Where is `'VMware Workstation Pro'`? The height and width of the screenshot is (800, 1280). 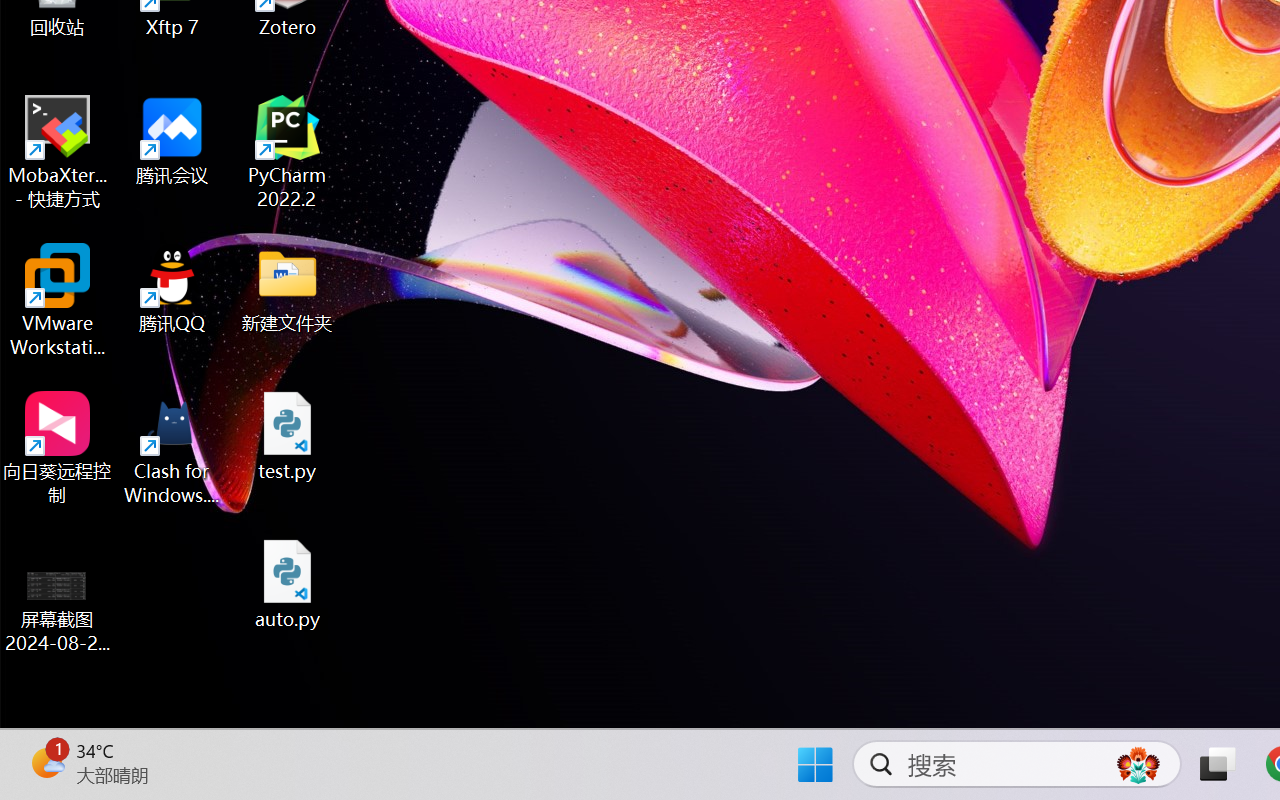 'VMware Workstation Pro' is located at coordinates (57, 300).